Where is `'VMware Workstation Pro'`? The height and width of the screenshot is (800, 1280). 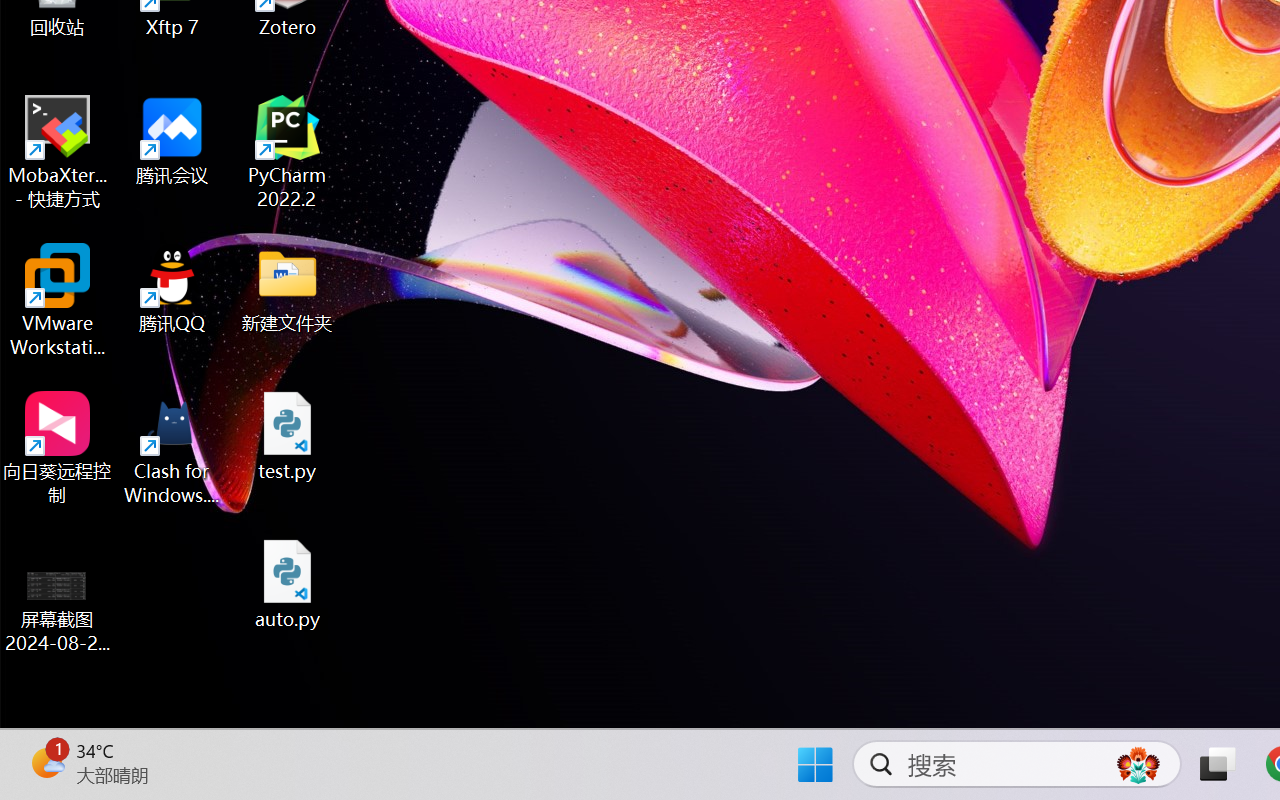 'VMware Workstation Pro' is located at coordinates (57, 300).